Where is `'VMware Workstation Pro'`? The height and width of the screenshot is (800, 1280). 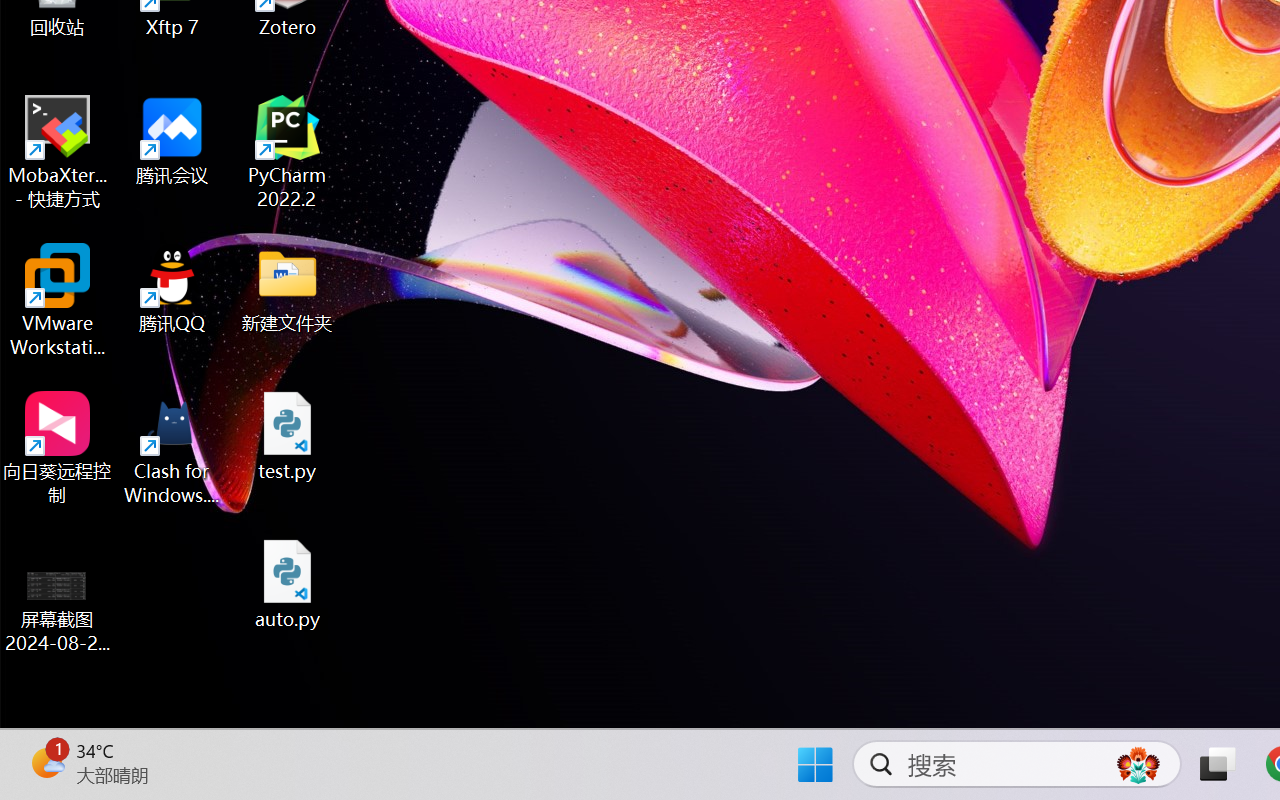 'VMware Workstation Pro' is located at coordinates (57, 300).